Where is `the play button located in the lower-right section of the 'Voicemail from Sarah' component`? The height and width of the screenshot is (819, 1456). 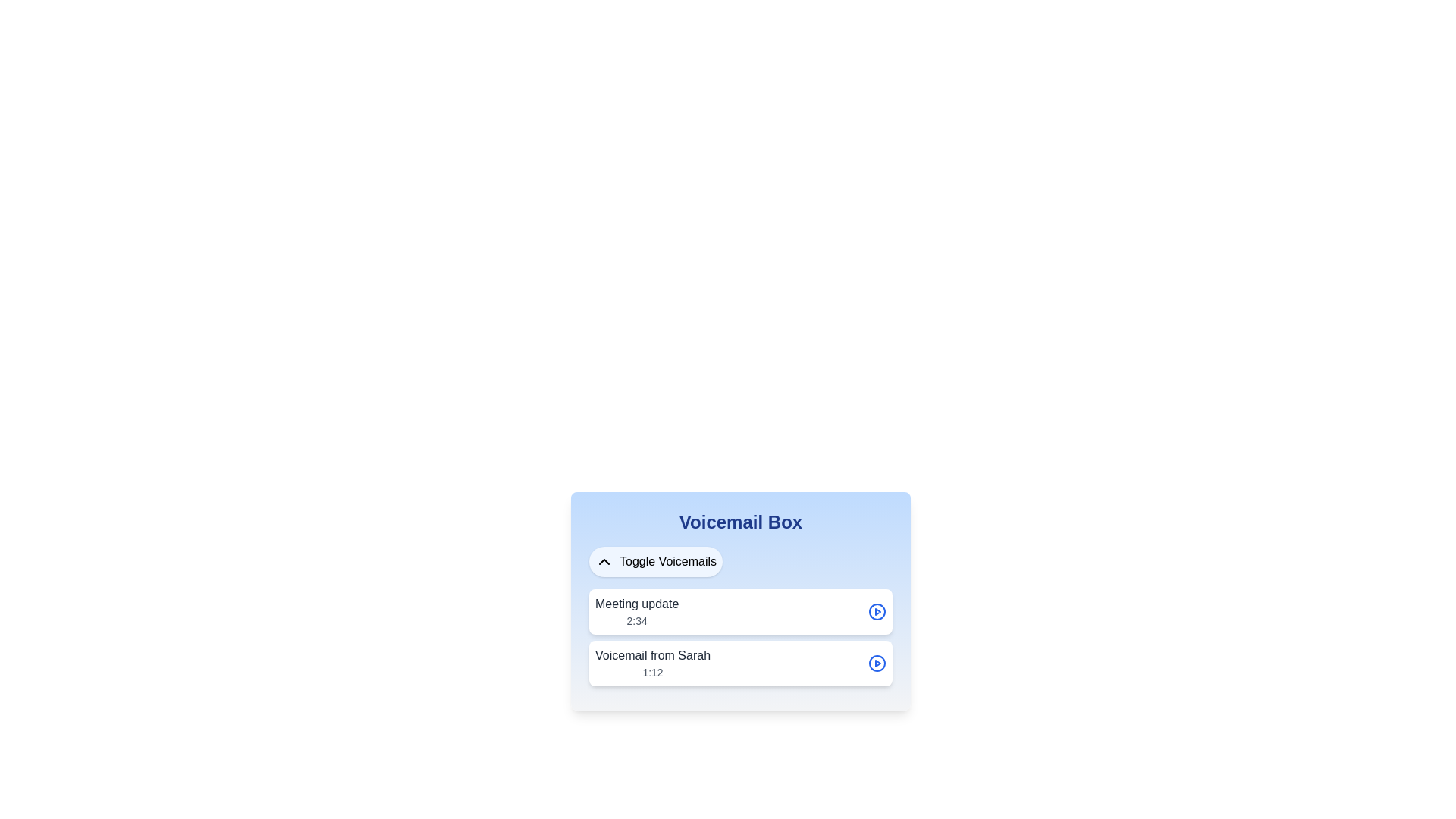 the play button located in the lower-right section of the 'Voicemail from Sarah' component is located at coordinates (877, 663).